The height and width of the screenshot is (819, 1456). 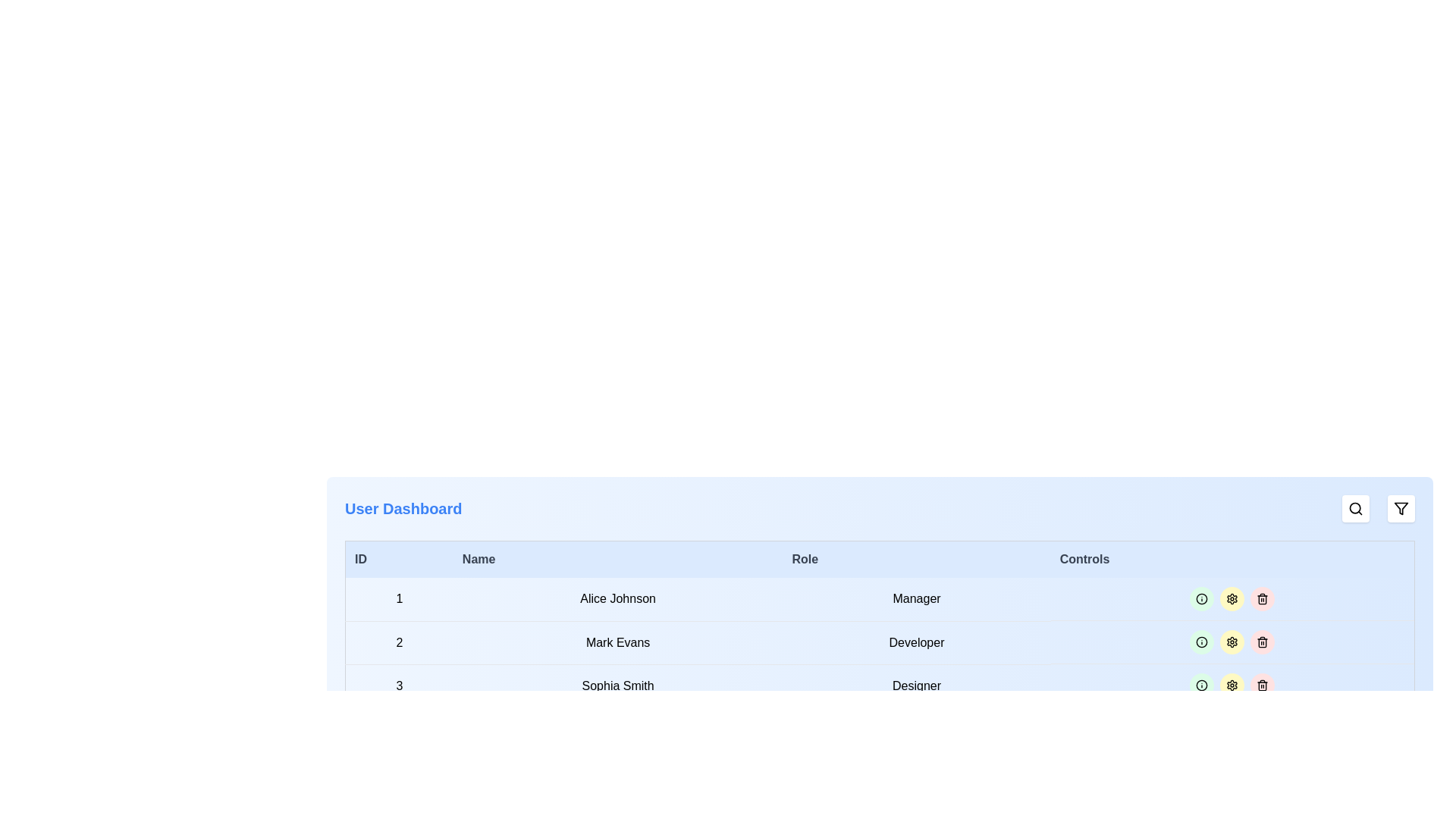 What do you see at coordinates (1356, 509) in the screenshot?
I see `the small circular search button with a magnifying glass icon located in the top right corner of the card's header section` at bounding box center [1356, 509].